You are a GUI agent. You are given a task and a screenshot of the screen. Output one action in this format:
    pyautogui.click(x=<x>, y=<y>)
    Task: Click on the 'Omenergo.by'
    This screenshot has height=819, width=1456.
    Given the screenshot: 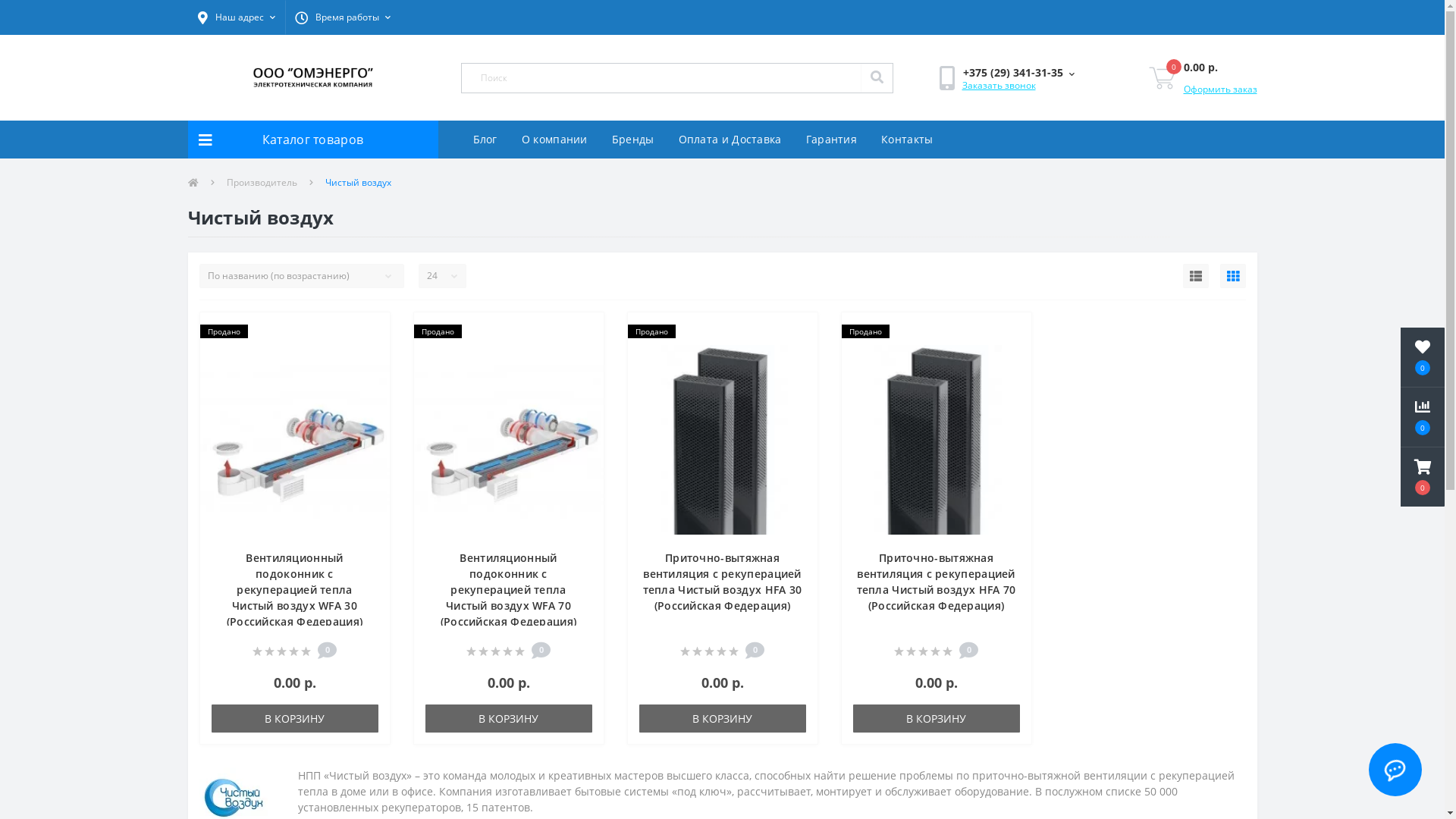 What is the action you would take?
    pyautogui.click(x=312, y=77)
    